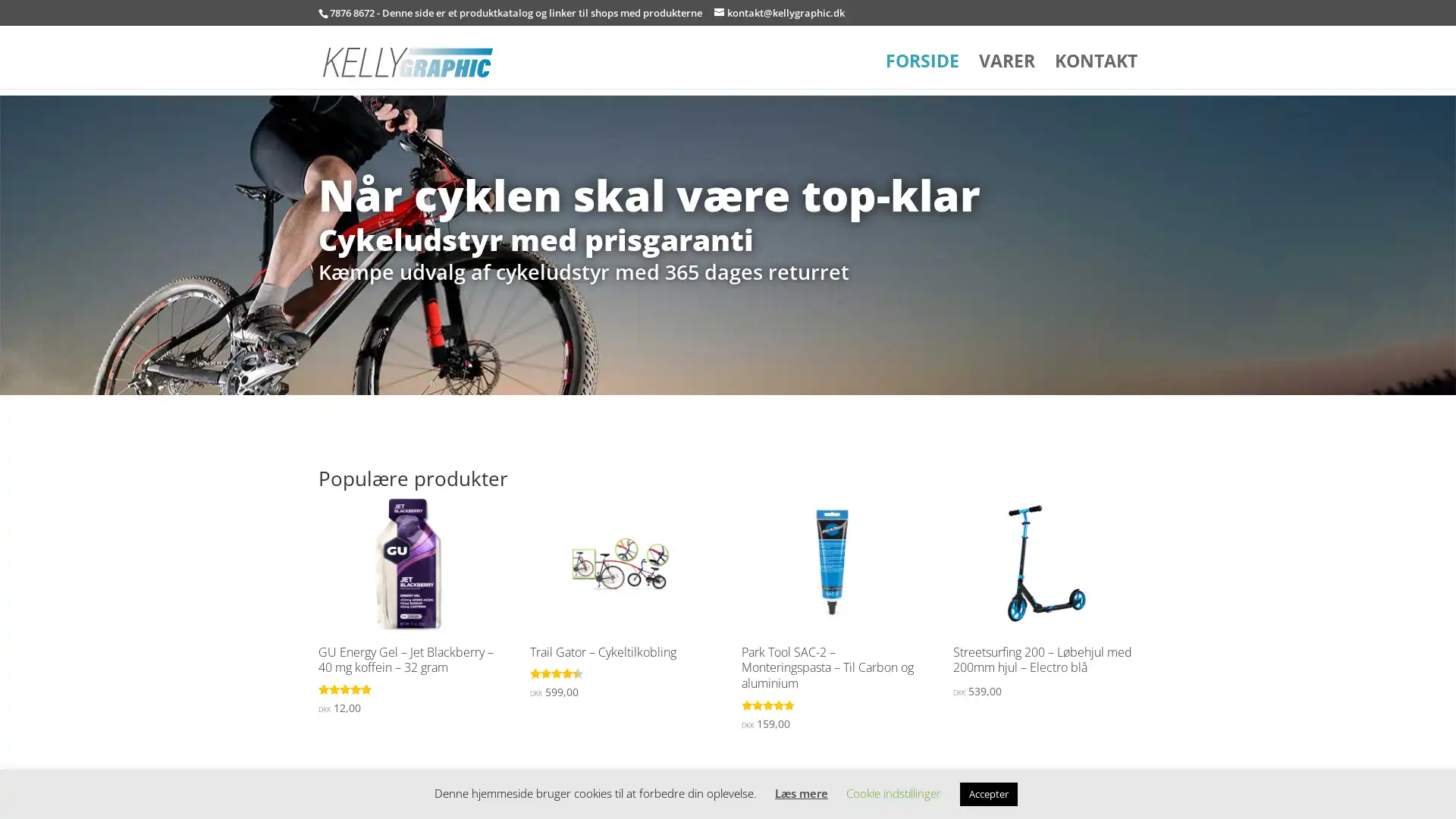 The height and width of the screenshot is (819, 1456). Describe the element at coordinates (989, 793) in the screenshot. I see `Accepter` at that location.